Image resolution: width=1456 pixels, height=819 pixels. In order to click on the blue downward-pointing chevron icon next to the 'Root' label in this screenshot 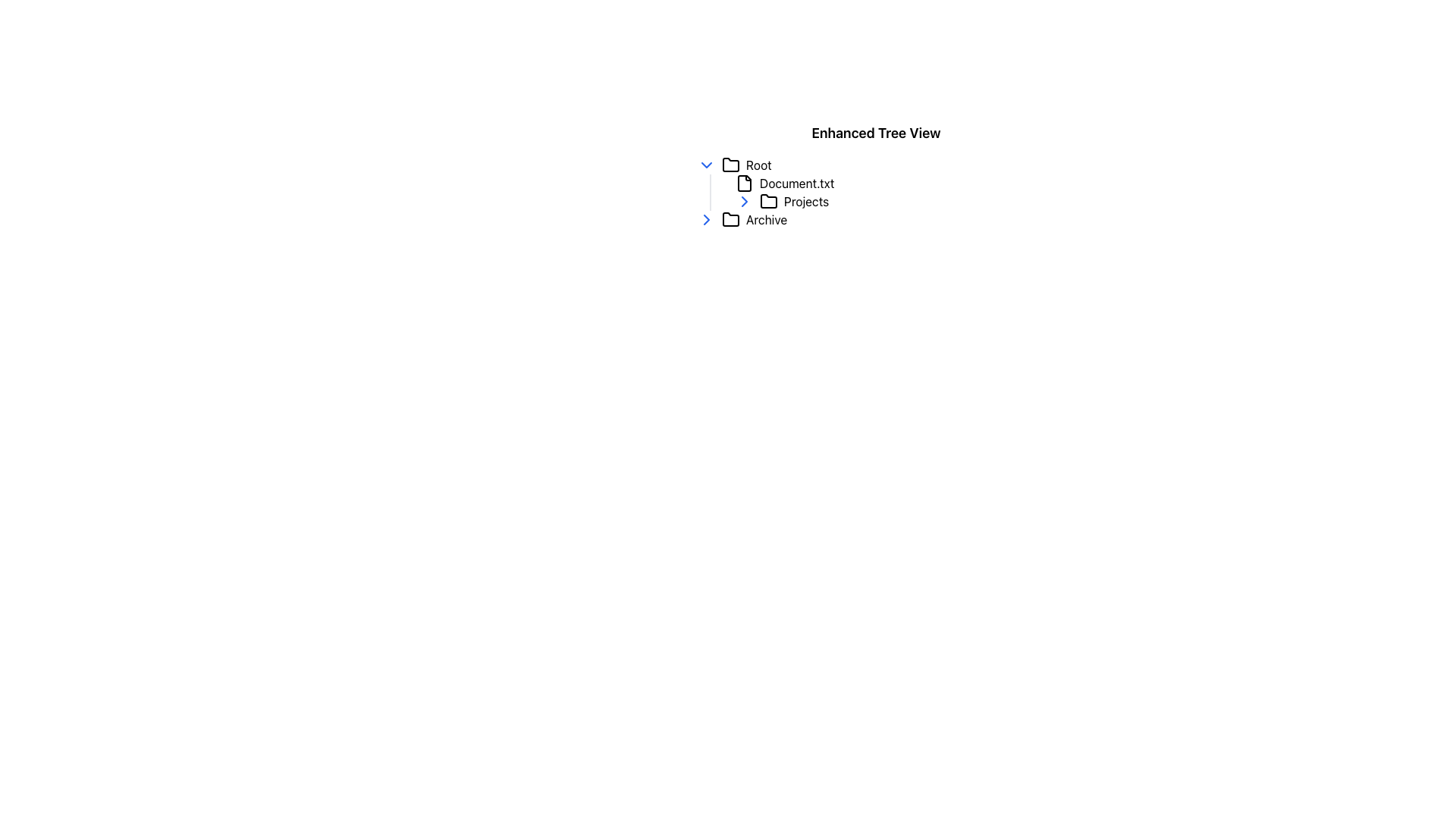, I will do `click(705, 165)`.